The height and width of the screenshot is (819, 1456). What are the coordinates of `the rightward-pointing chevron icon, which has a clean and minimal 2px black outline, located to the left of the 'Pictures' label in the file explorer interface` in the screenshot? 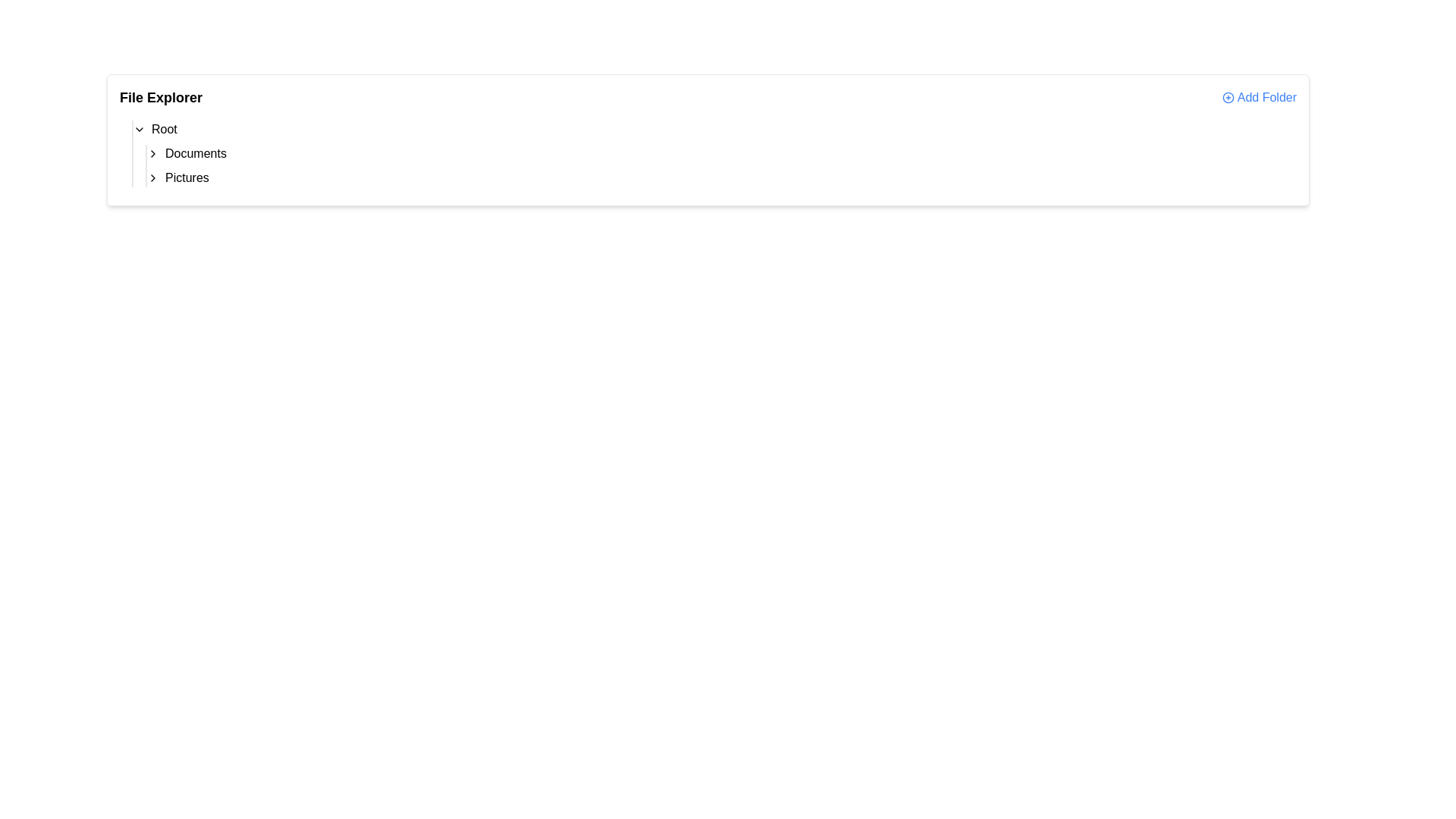 It's located at (152, 177).